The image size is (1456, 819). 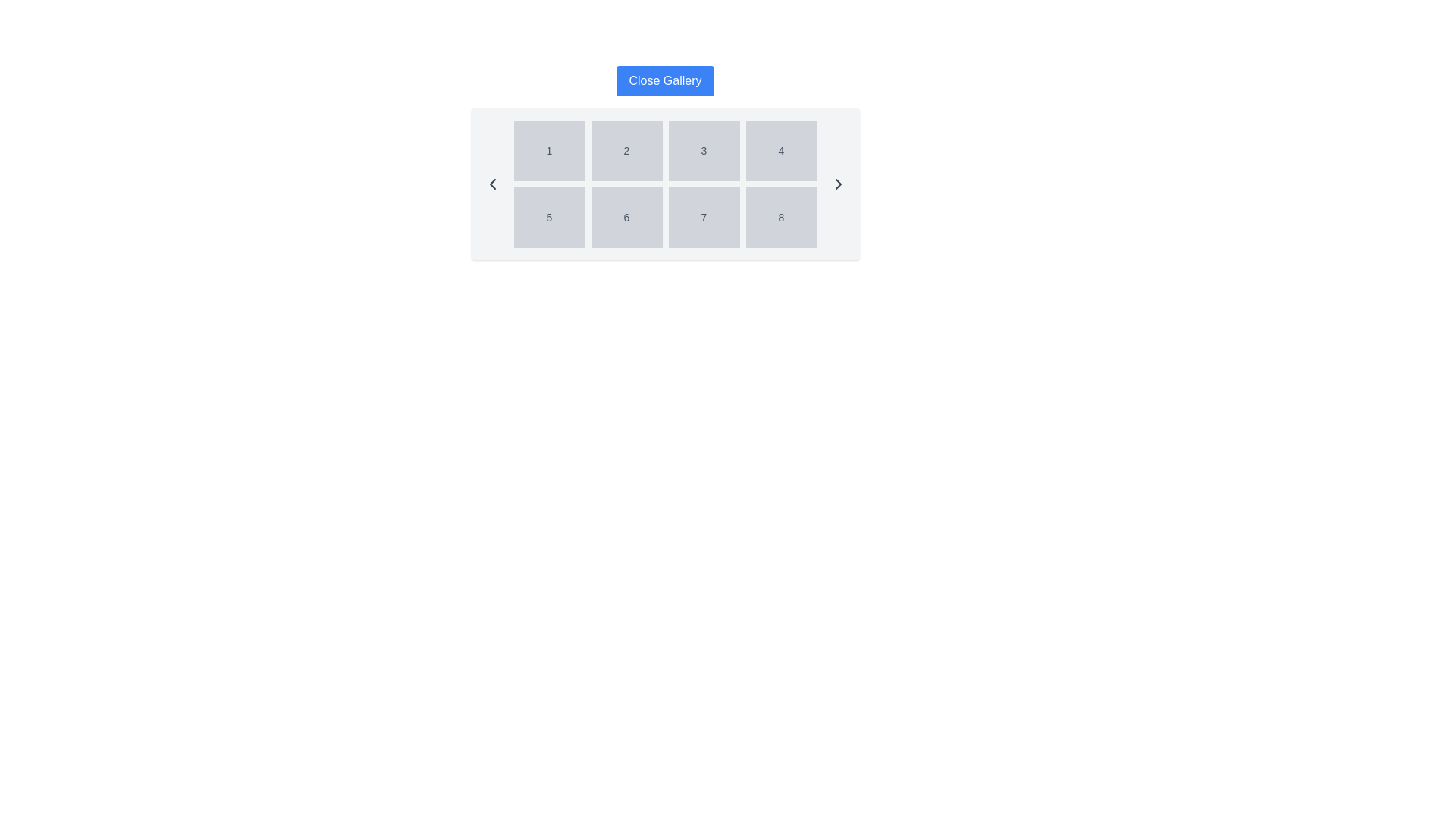 I want to click on the static text label displaying '7', which is the seventh item in a 4x2 grid layout, located in the second row and third column, so click(x=703, y=217).